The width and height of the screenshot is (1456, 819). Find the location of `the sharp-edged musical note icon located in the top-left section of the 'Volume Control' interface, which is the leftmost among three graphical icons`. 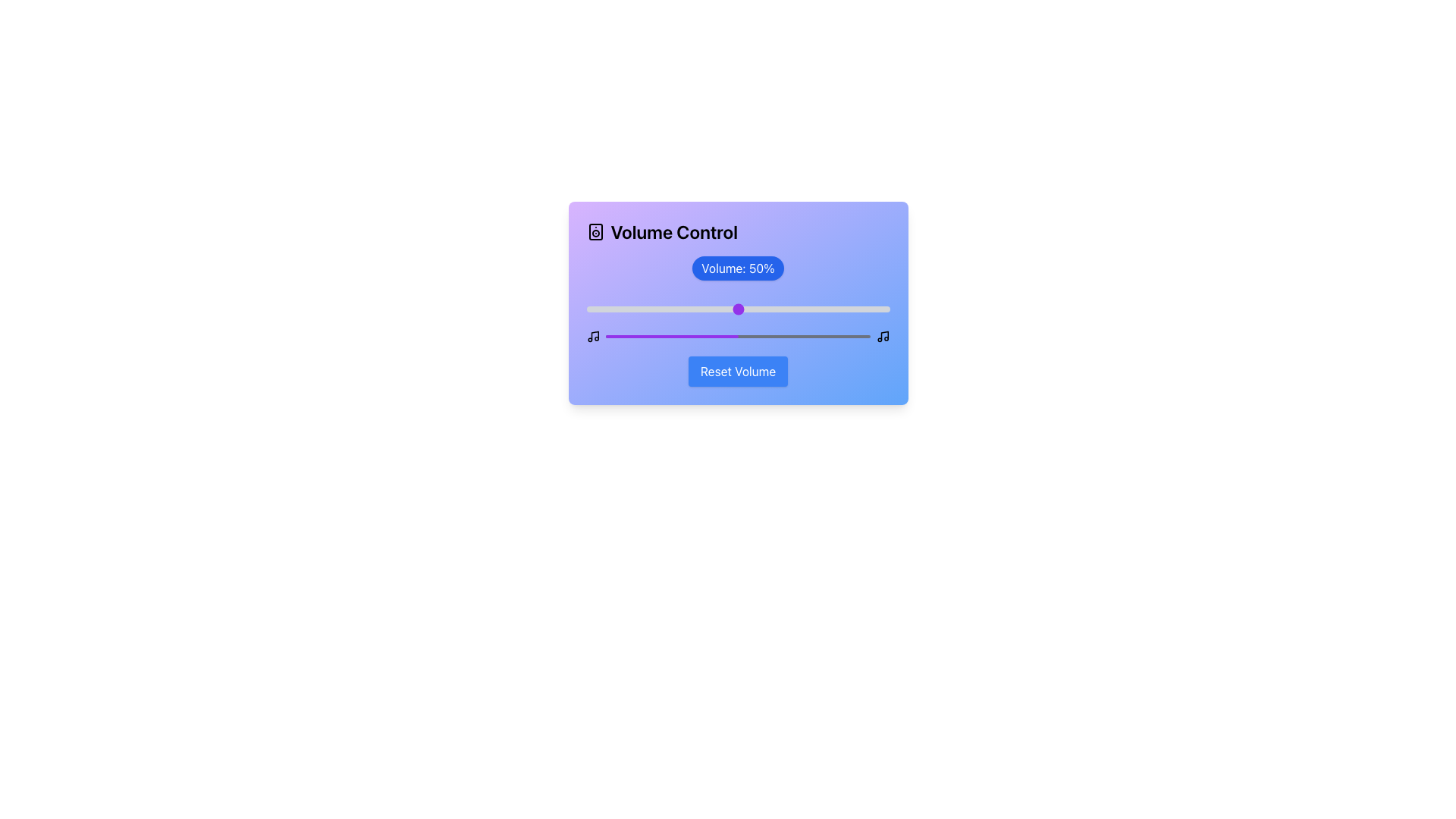

the sharp-edged musical note icon located in the top-left section of the 'Volume Control' interface, which is the leftmost among three graphical icons is located at coordinates (594, 334).